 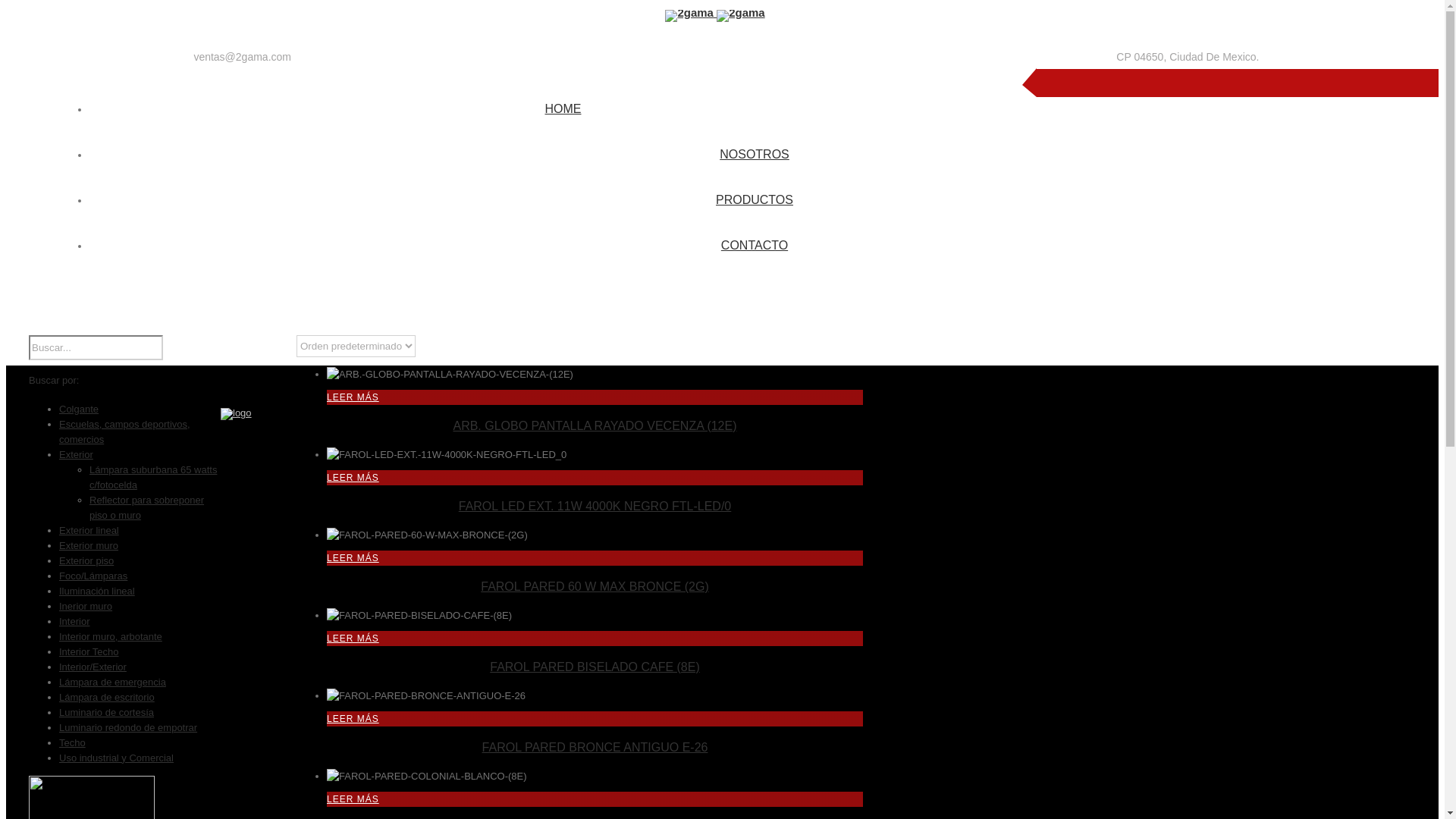 I want to click on 'Exterior lineal', so click(x=88, y=529).